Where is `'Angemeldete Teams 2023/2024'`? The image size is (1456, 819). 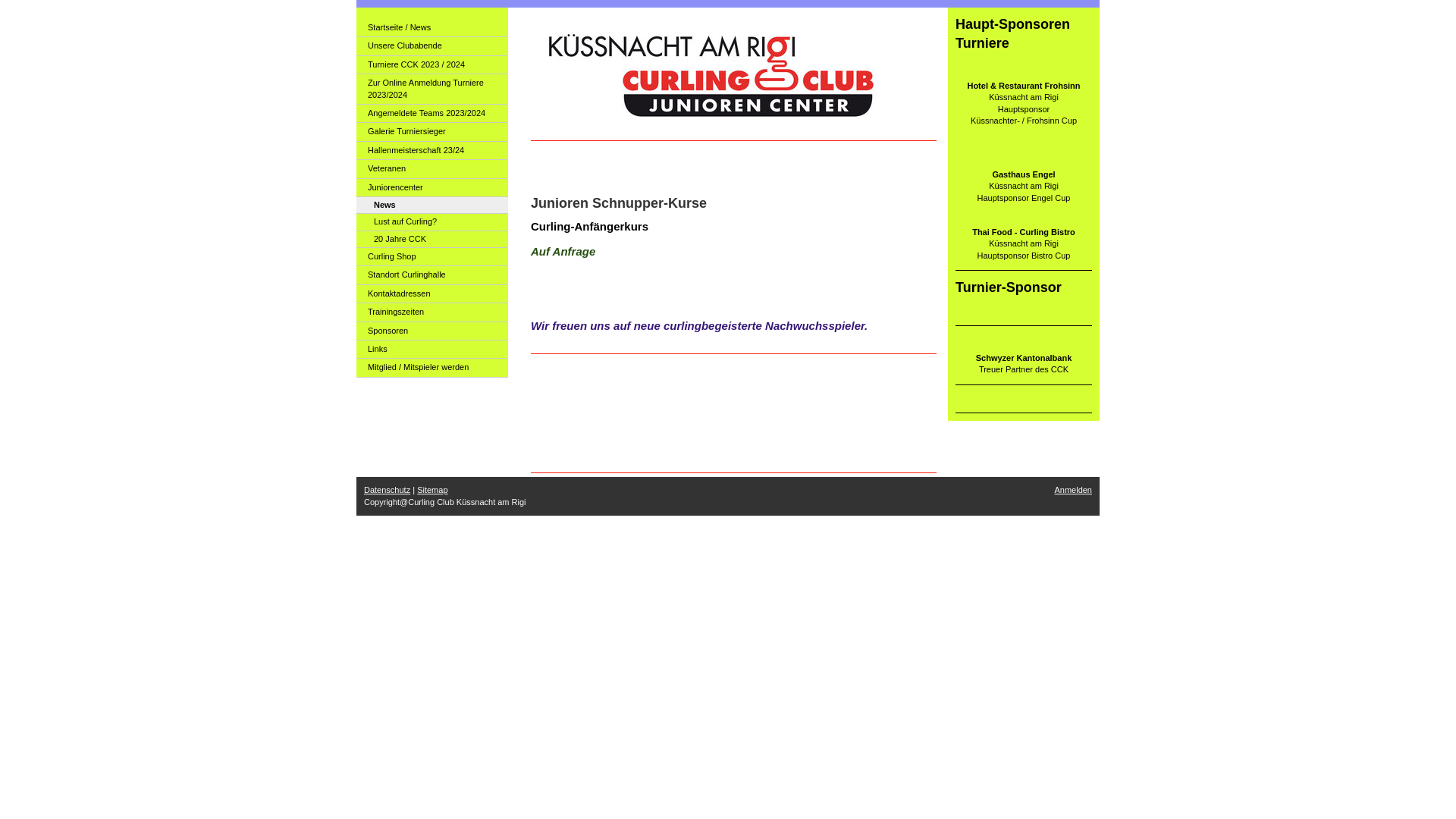 'Angemeldete Teams 2023/2024' is located at coordinates (431, 113).